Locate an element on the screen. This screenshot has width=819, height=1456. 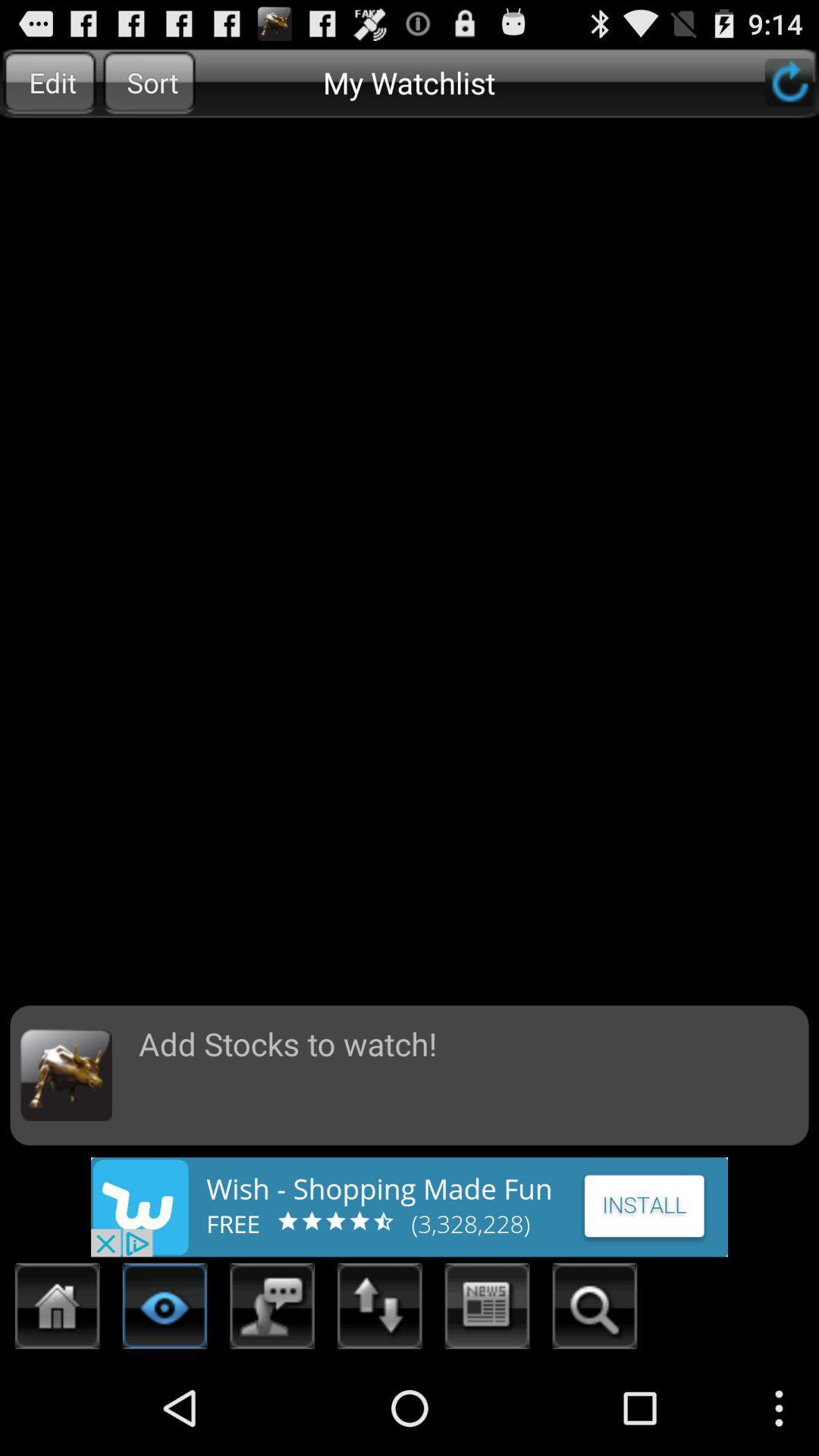
chris is located at coordinates (594, 1310).